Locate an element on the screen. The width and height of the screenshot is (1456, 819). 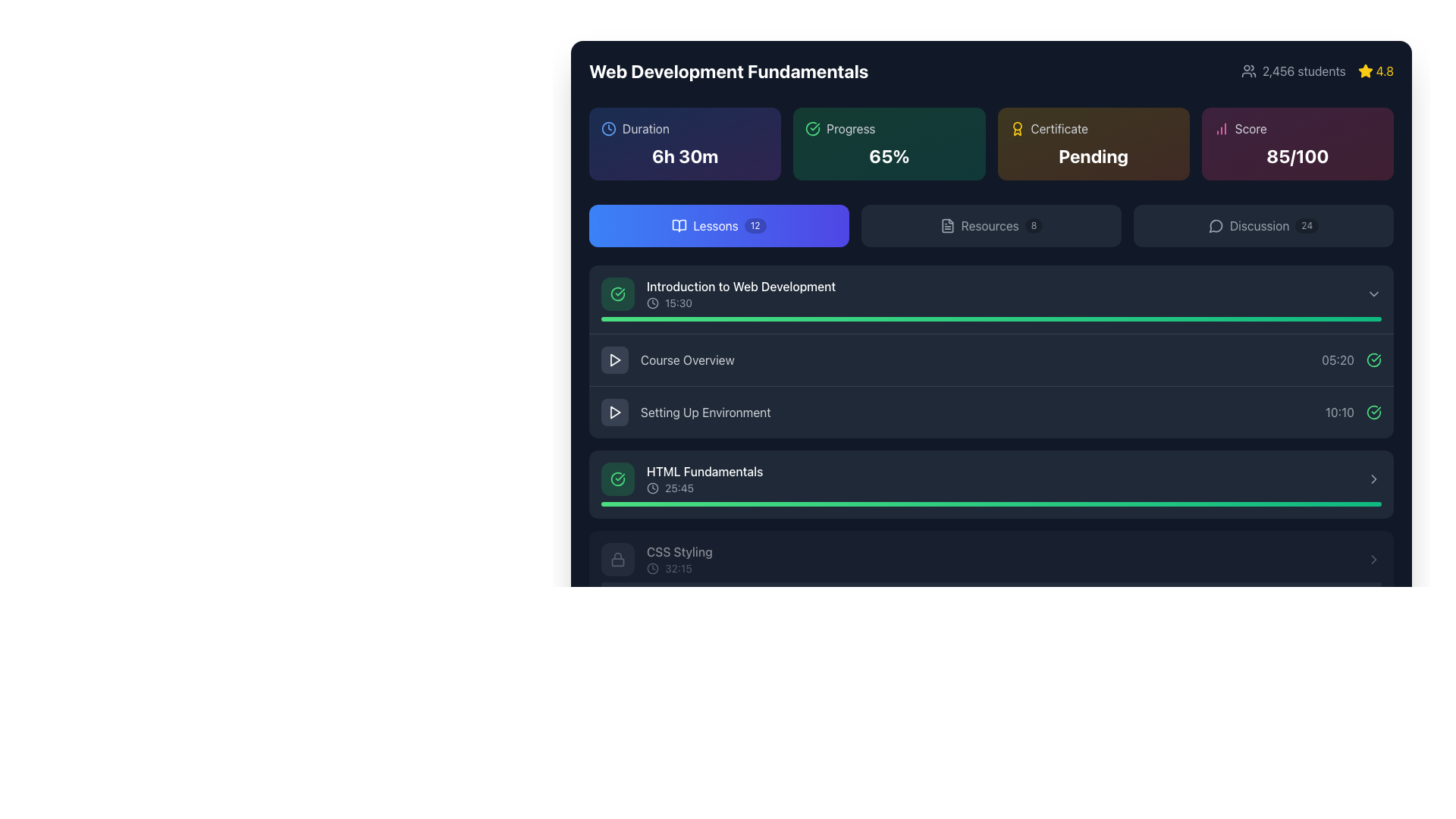
the first list item titled 'Introduction to Web Development' is located at coordinates (991, 299).